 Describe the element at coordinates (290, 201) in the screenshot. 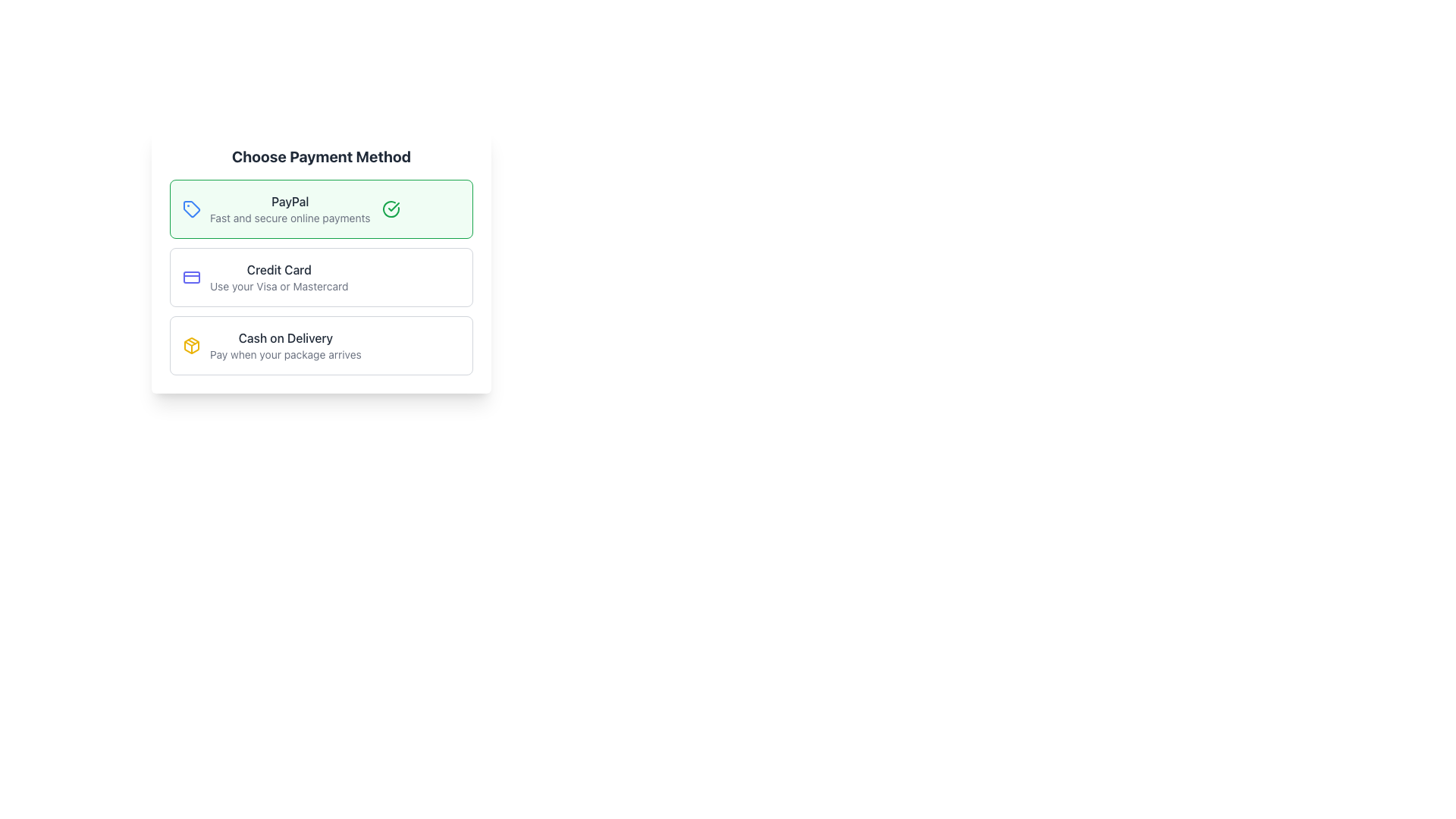

I see `the text label 'PayPal' which is displayed in bold, dark gray font as part of the payment method selection` at that location.